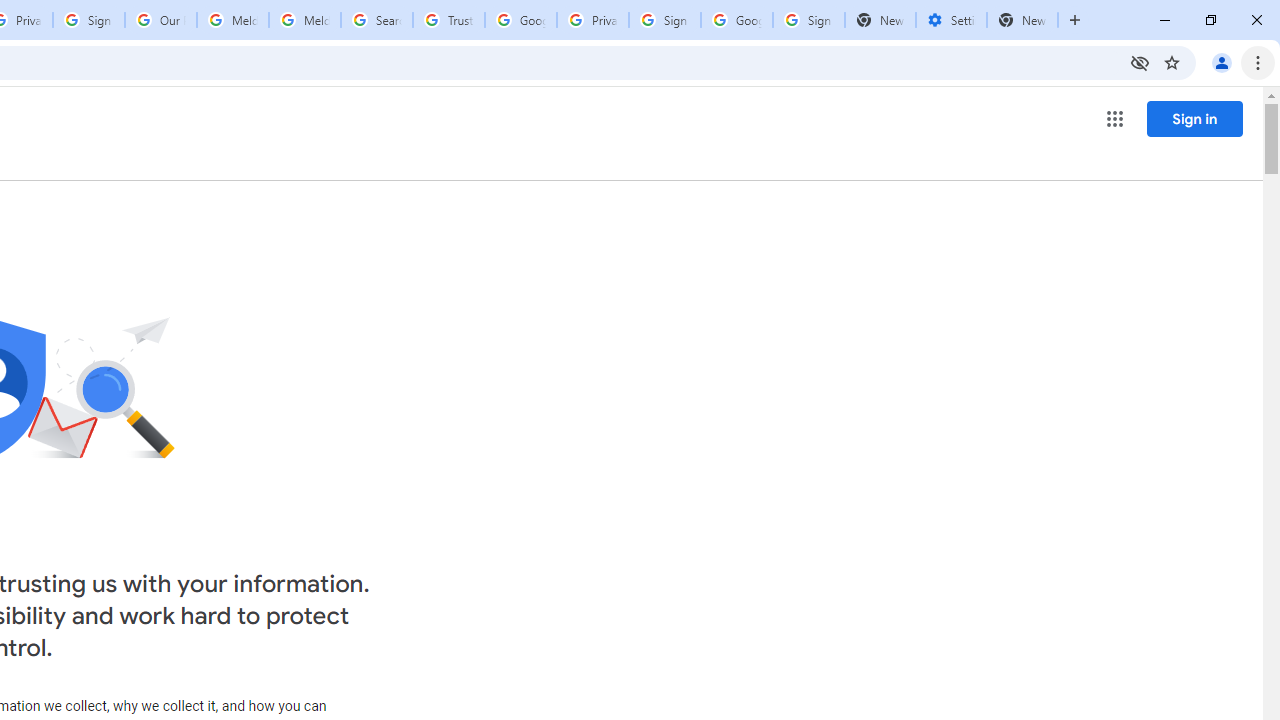  What do you see at coordinates (736, 20) in the screenshot?
I see `'Google Cybersecurity Innovations - Google Safety Center'` at bounding box center [736, 20].